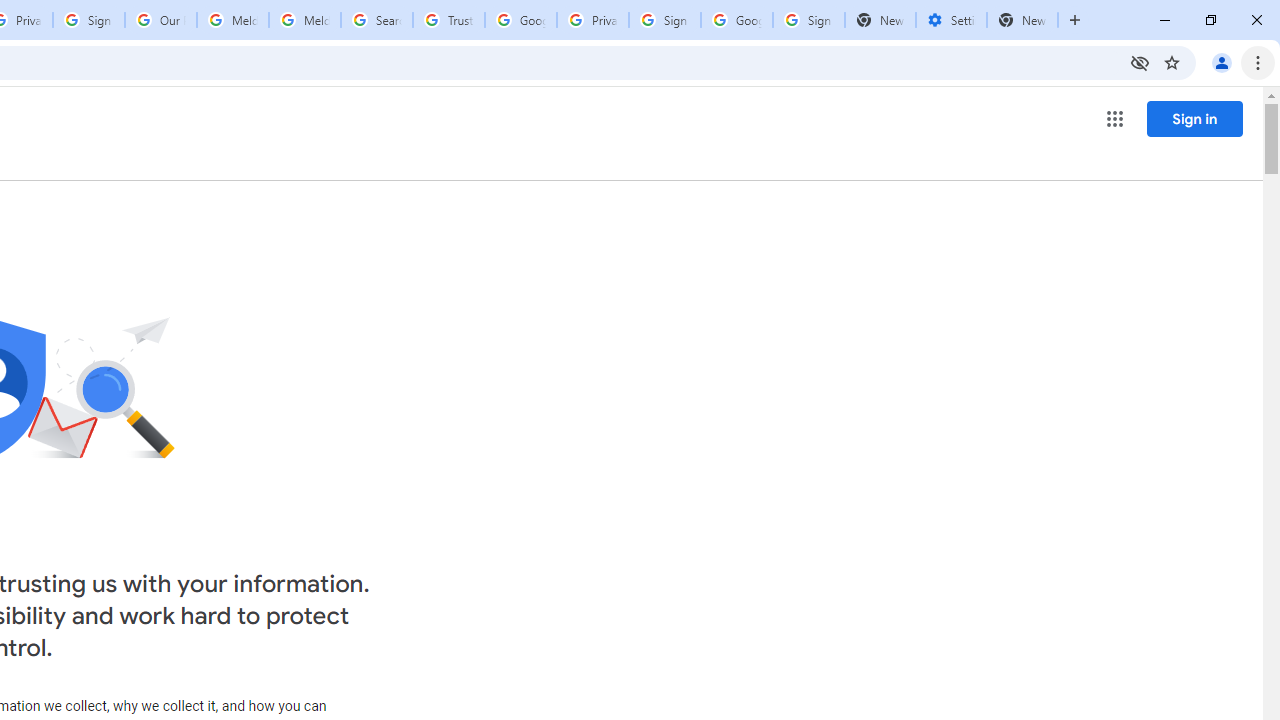  What do you see at coordinates (736, 20) in the screenshot?
I see `'Google Cybersecurity Innovations - Google Safety Center'` at bounding box center [736, 20].